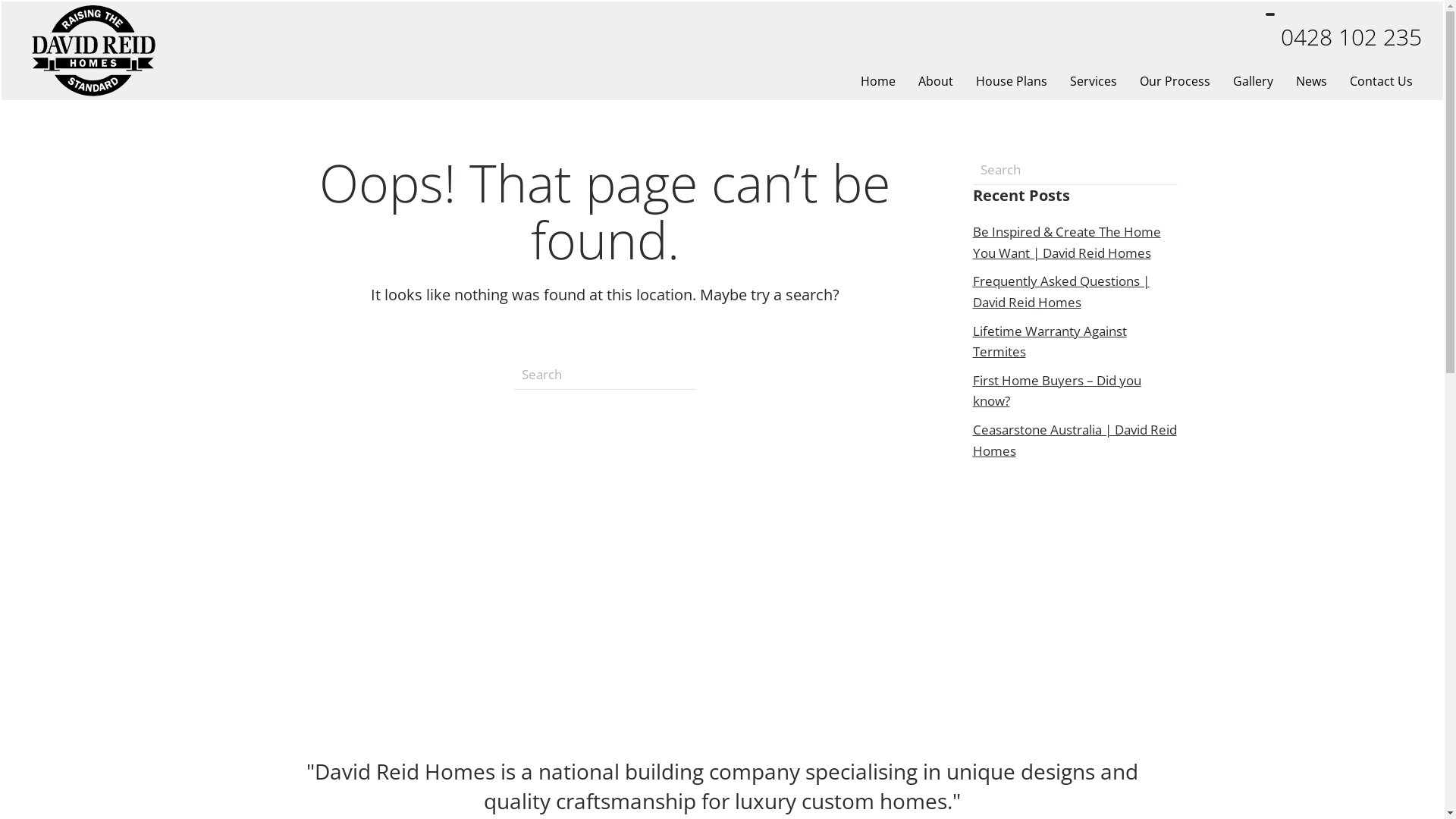  I want to click on 'Contact Us', so click(1381, 81).